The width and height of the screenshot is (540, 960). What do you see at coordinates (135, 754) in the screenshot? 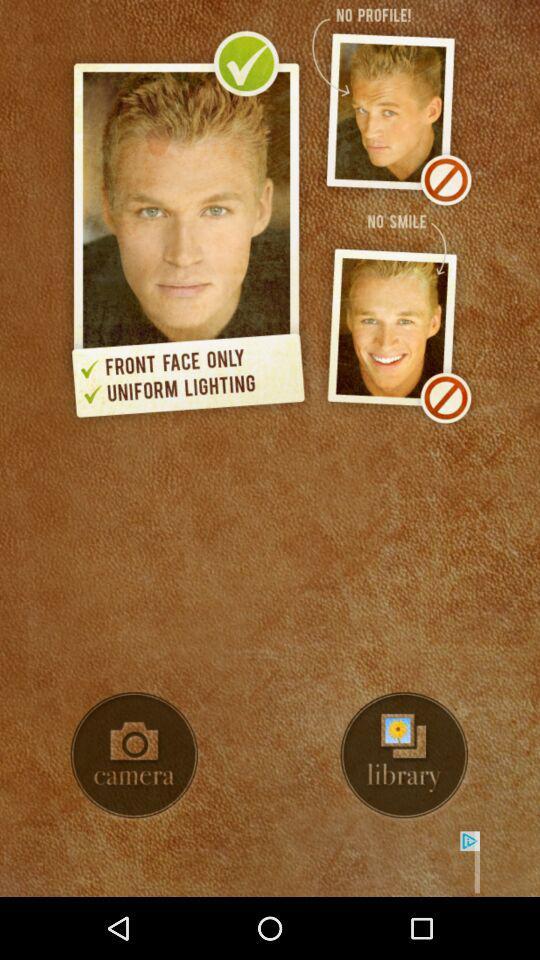
I see `take photo` at bounding box center [135, 754].